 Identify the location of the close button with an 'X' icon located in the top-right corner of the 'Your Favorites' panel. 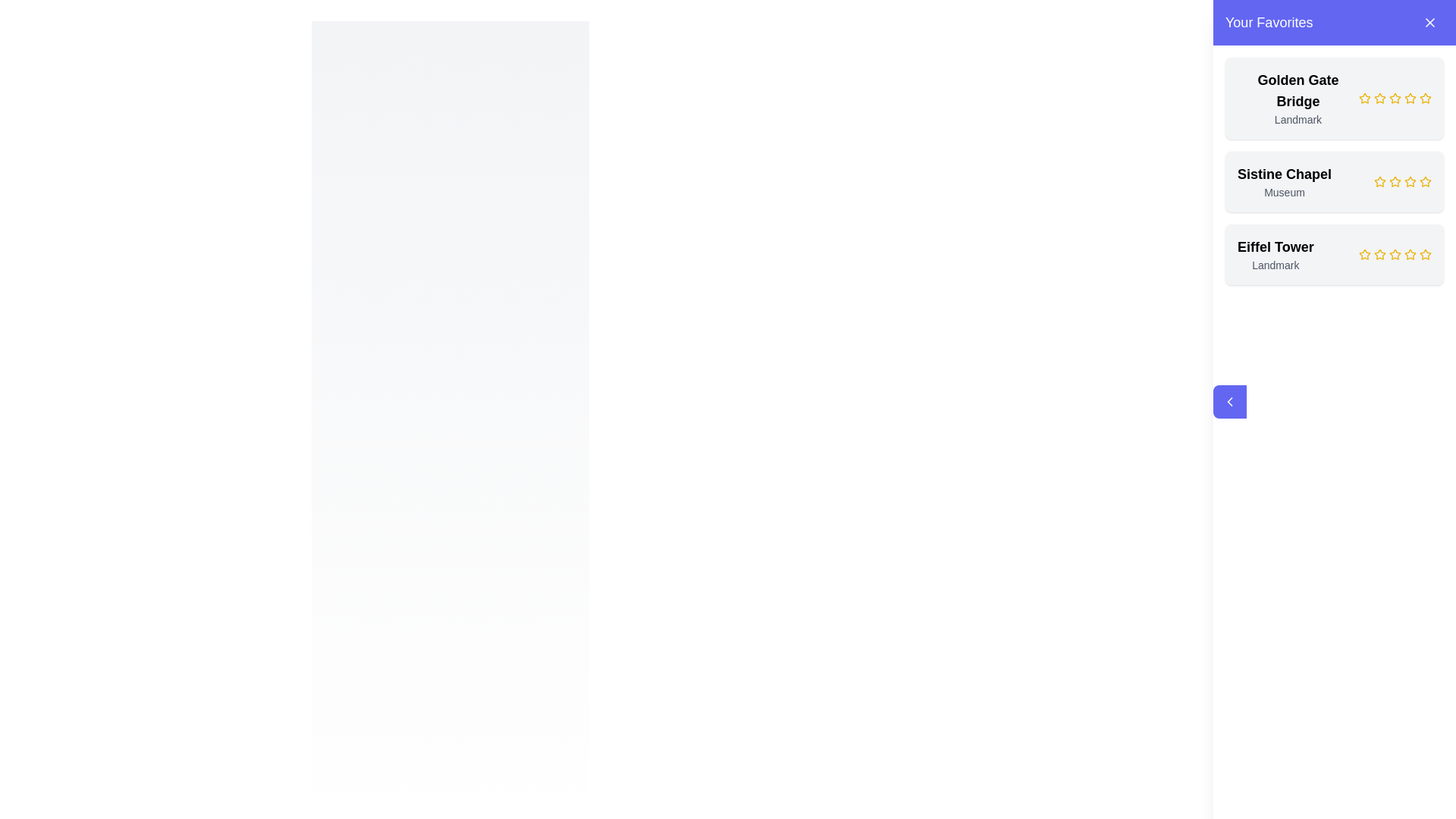
(1429, 23).